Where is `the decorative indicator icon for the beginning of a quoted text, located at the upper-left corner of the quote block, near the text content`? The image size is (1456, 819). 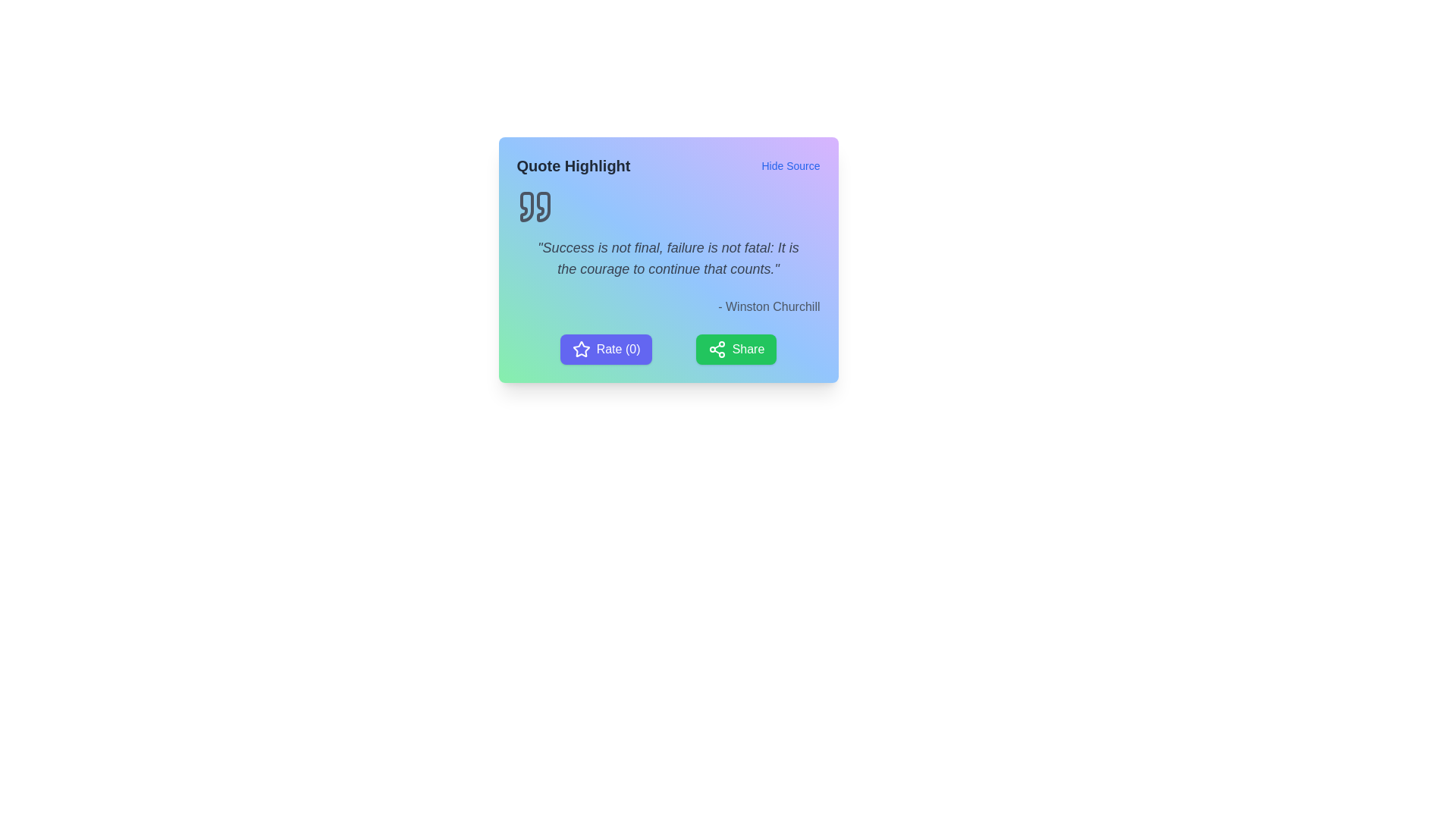 the decorative indicator icon for the beginning of a quoted text, located at the upper-left corner of the quote block, near the text content is located at coordinates (526, 207).